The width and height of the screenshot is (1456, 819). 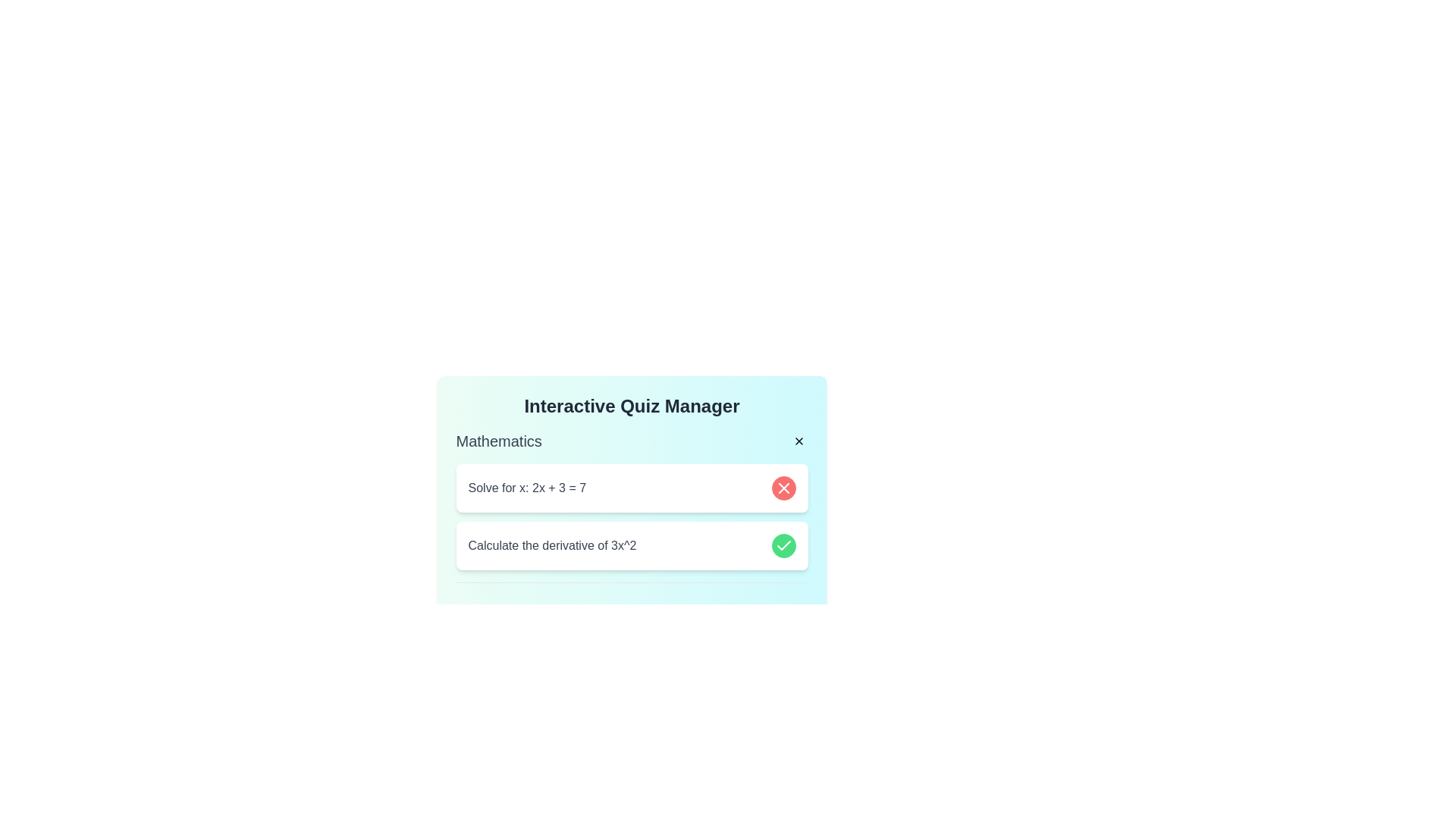 I want to click on the header text labeled 'Interactive Quiz Manager', which is styled in bold with a large font size and dark gray color, situated at the top center of a card interface with a gradient background, so click(x=632, y=406).